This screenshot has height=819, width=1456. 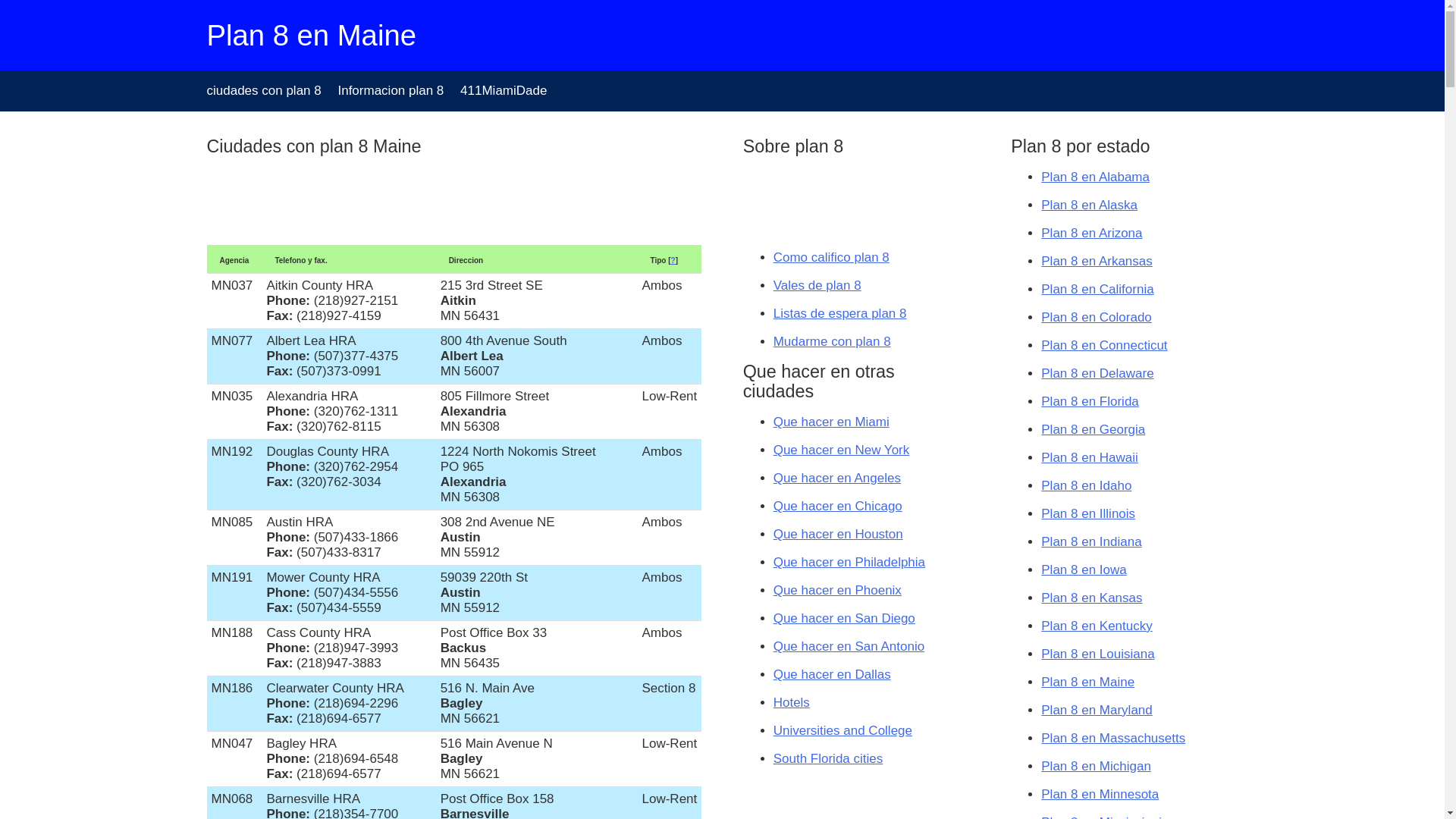 What do you see at coordinates (773, 562) in the screenshot?
I see `'Que hacer en Philadelphia'` at bounding box center [773, 562].